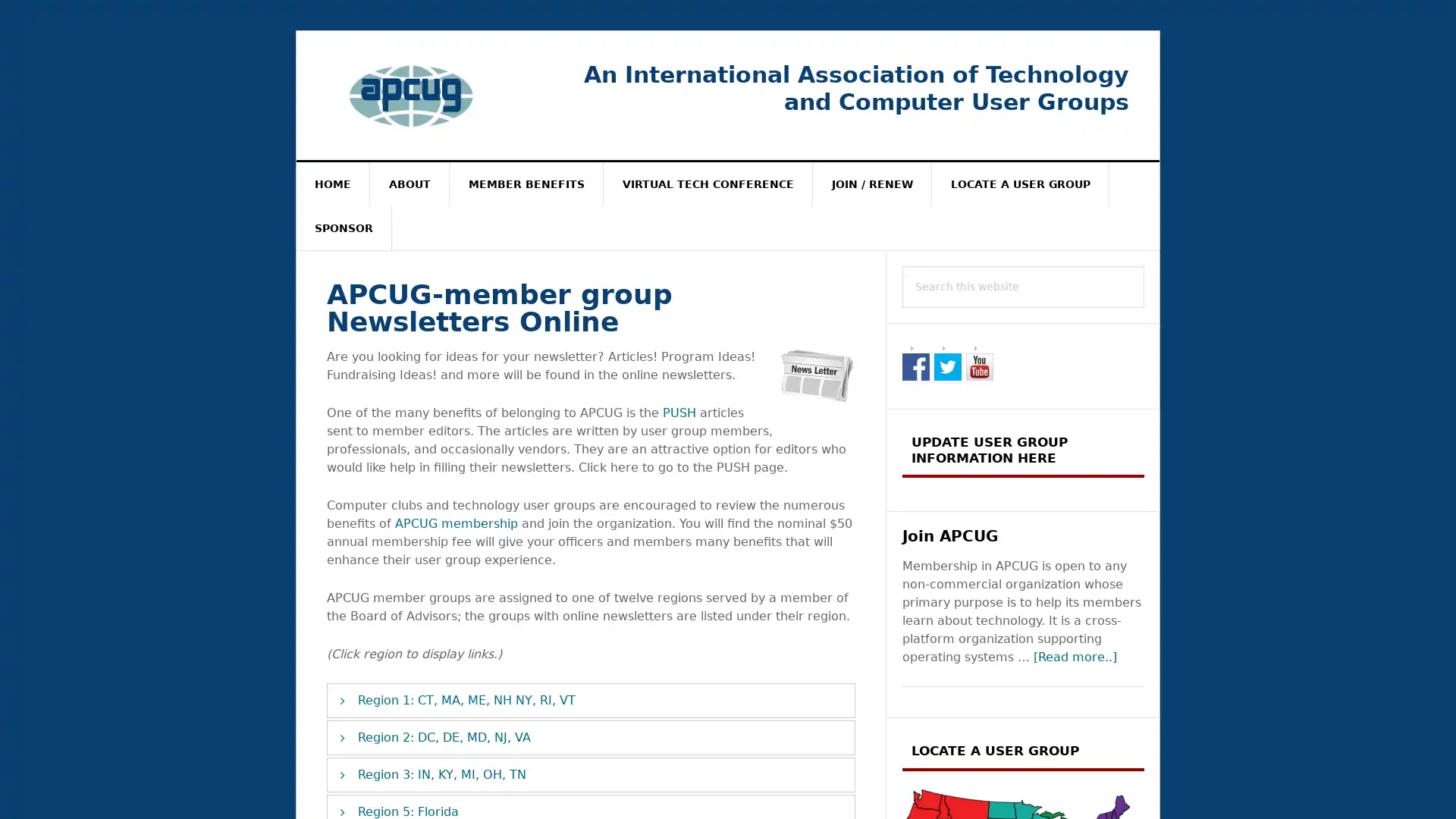 This screenshot has height=819, width=1456. Describe the element at coordinates (1144, 265) in the screenshot. I see `Search` at that location.